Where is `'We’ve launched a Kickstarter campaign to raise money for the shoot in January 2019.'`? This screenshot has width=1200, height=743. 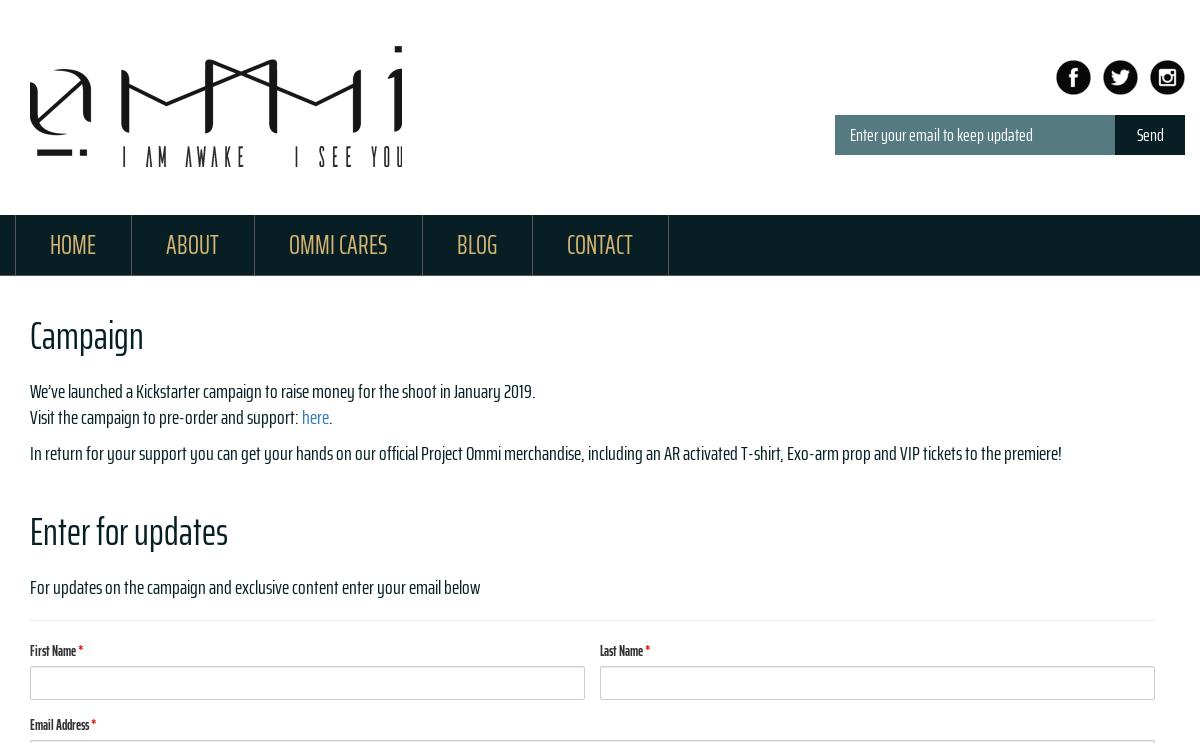 'We’ve launched a Kickstarter campaign to raise money for the shoot in January 2019.' is located at coordinates (30, 389).